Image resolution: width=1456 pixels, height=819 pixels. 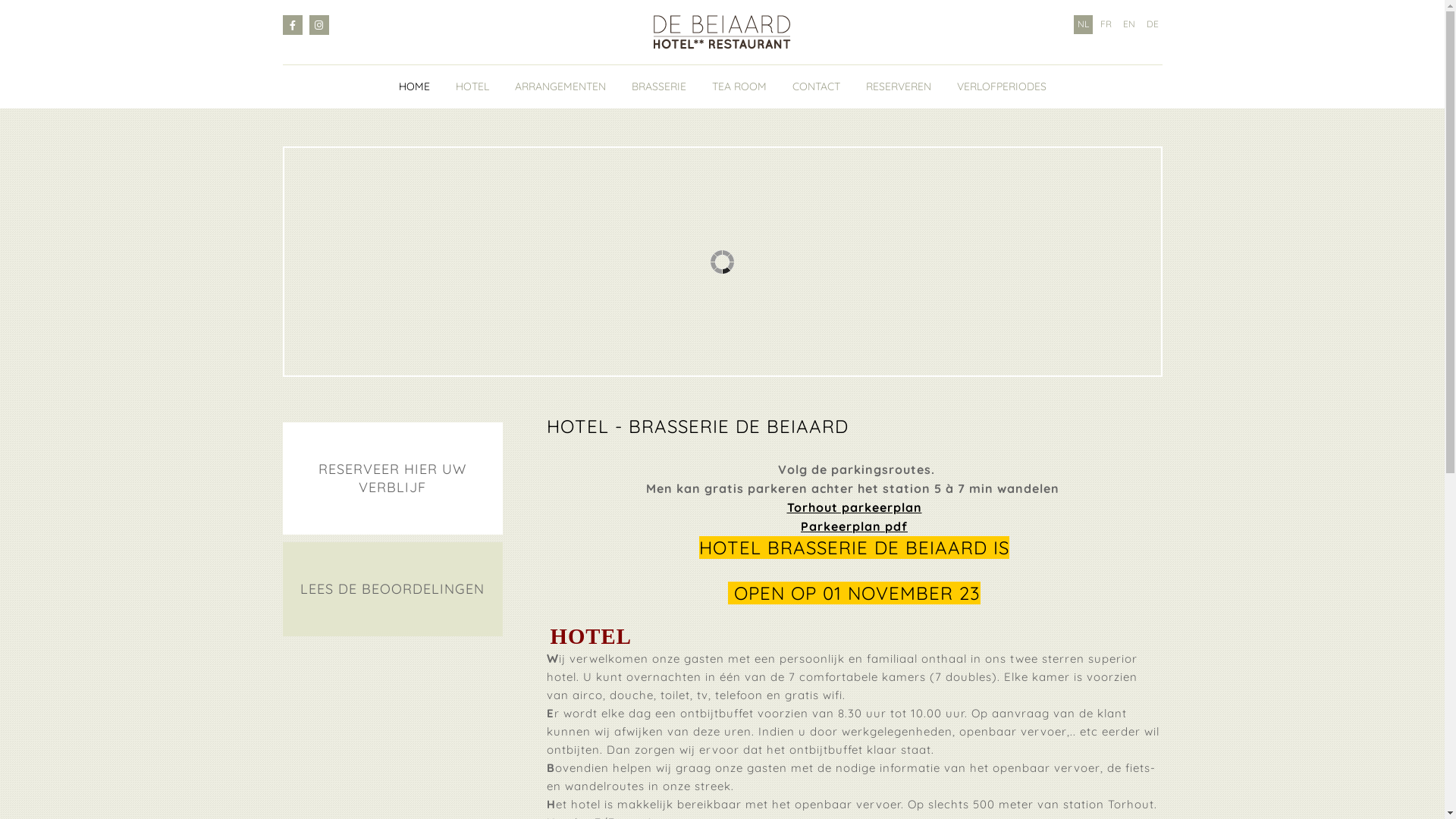 What do you see at coordinates (721, 32) in the screenshot?
I see `'De Beiaard'` at bounding box center [721, 32].